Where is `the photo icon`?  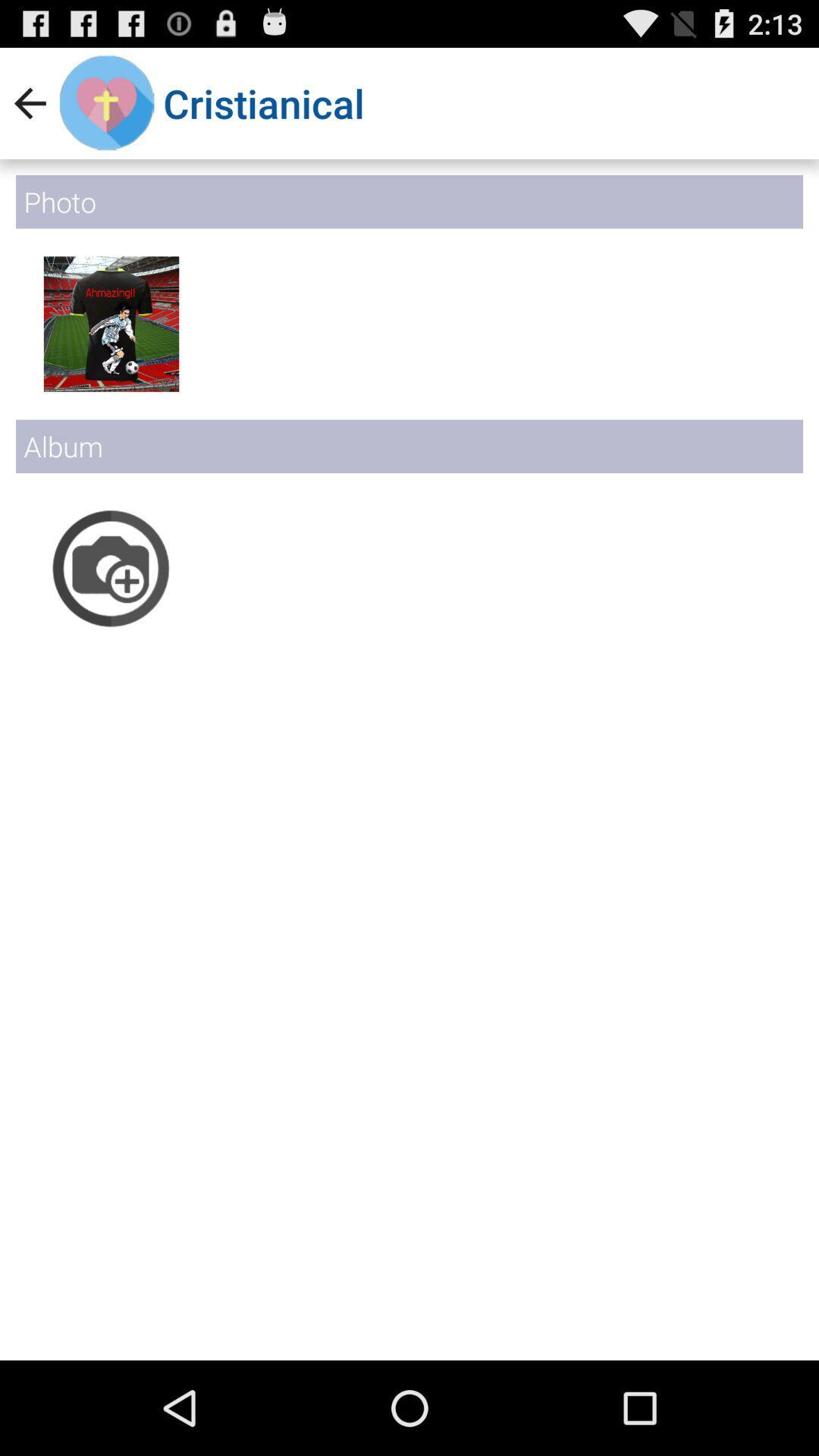
the photo icon is located at coordinates (110, 608).